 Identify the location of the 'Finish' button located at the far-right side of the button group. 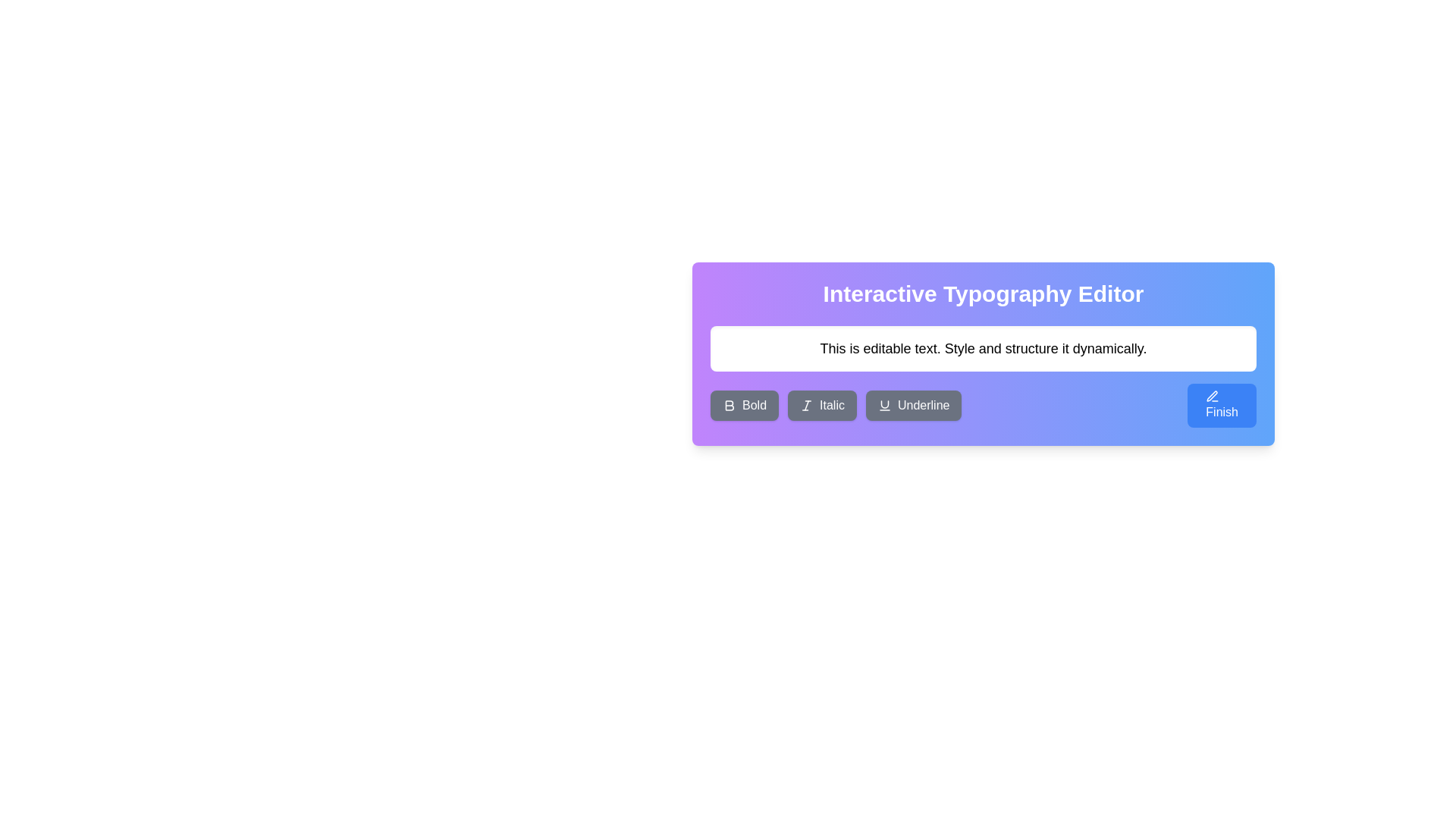
(1222, 405).